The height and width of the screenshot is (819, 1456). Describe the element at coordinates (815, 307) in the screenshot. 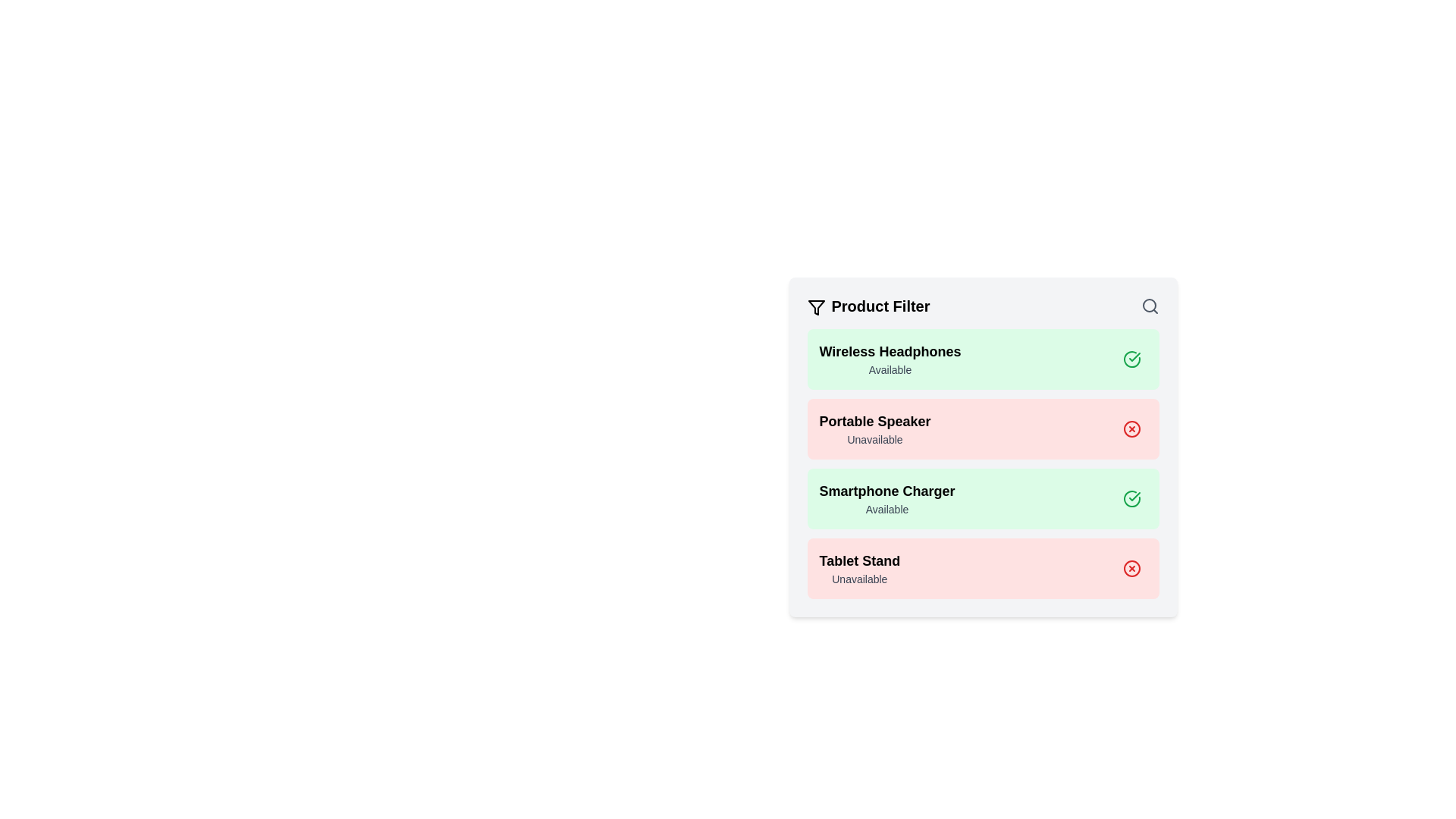

I see `the filter icon, which is a triangular funnel shape with a bold black outline, located to the left of the title 'Product Filter' in the filtering interface` at that location.